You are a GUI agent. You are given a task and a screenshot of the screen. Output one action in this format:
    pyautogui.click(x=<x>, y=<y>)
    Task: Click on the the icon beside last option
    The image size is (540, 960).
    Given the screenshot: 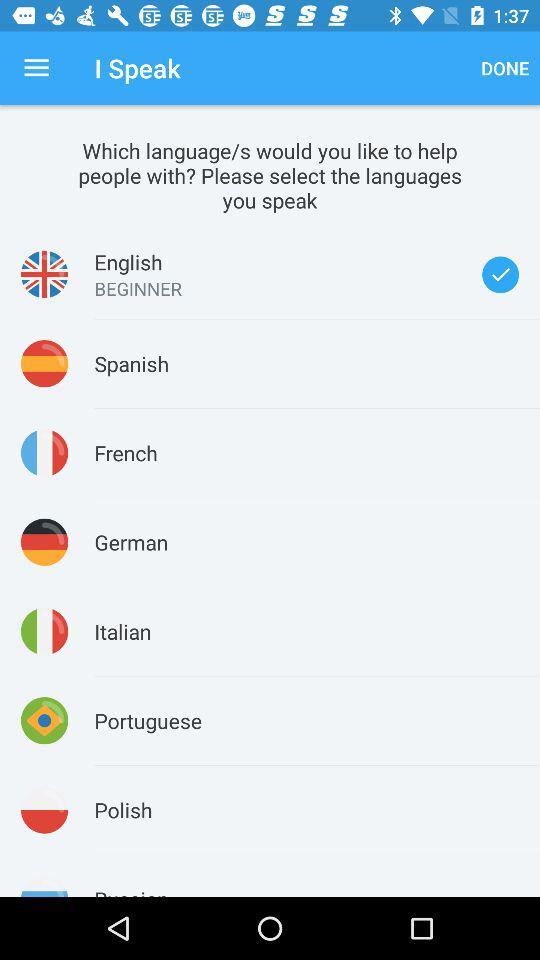 What is the action you would take?
    pyautogui.click(x=44, y=885)
    